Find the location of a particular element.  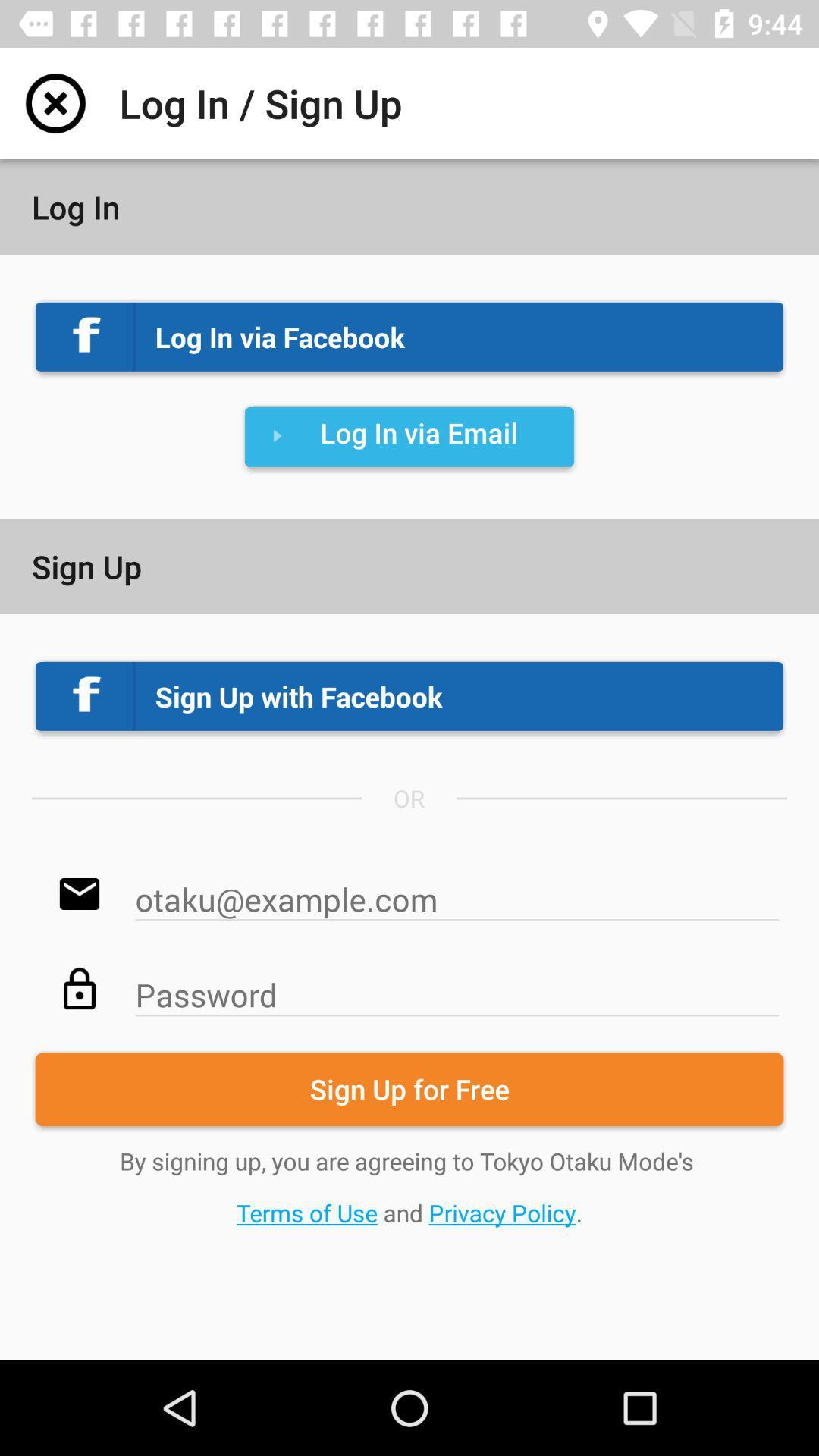

item below sign up for item is located at coordinates (409, 1186).